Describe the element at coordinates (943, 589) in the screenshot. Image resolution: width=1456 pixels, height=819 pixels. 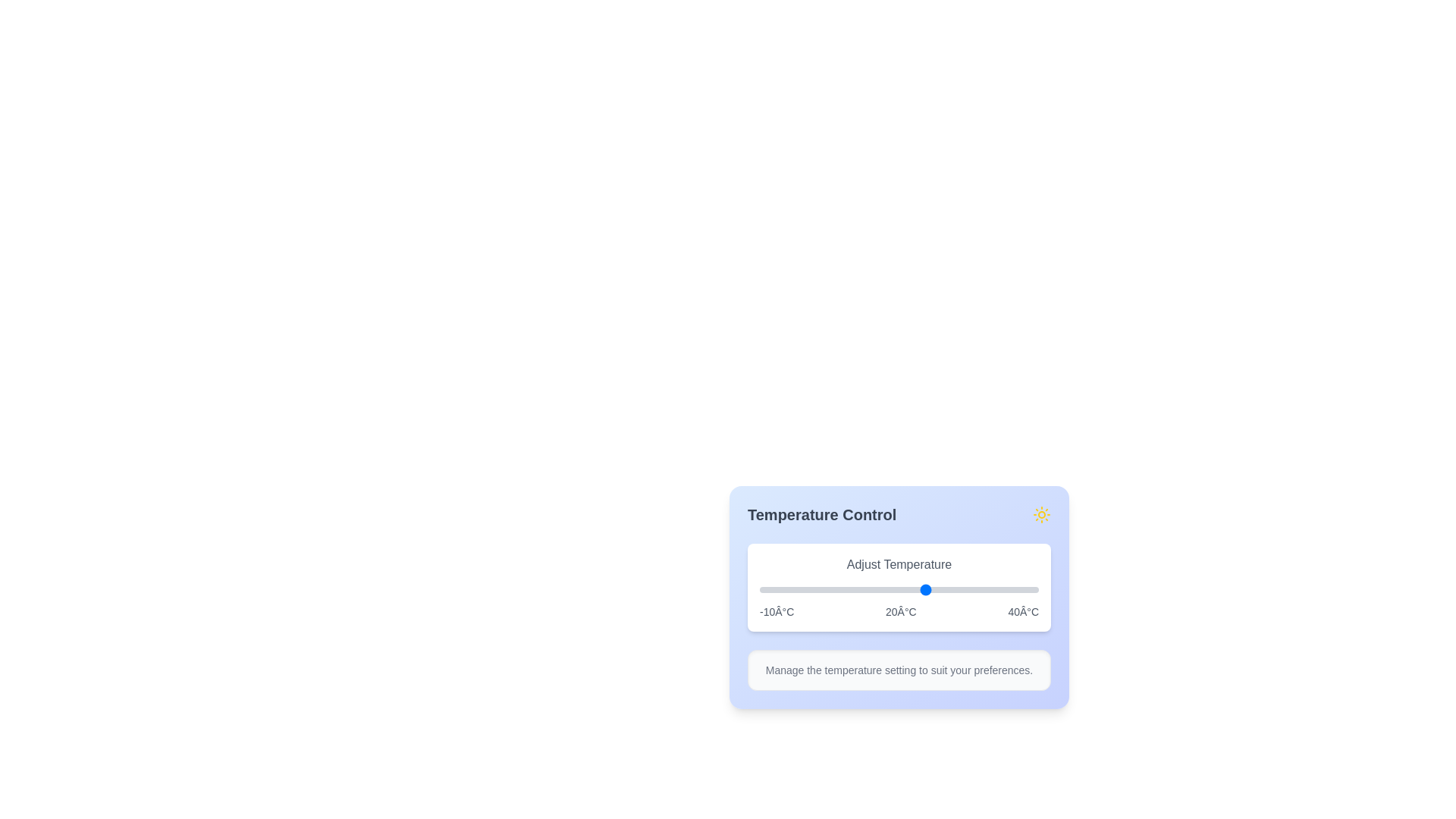
I see `the temperature slider to set the temperature to 23°C` at that location.